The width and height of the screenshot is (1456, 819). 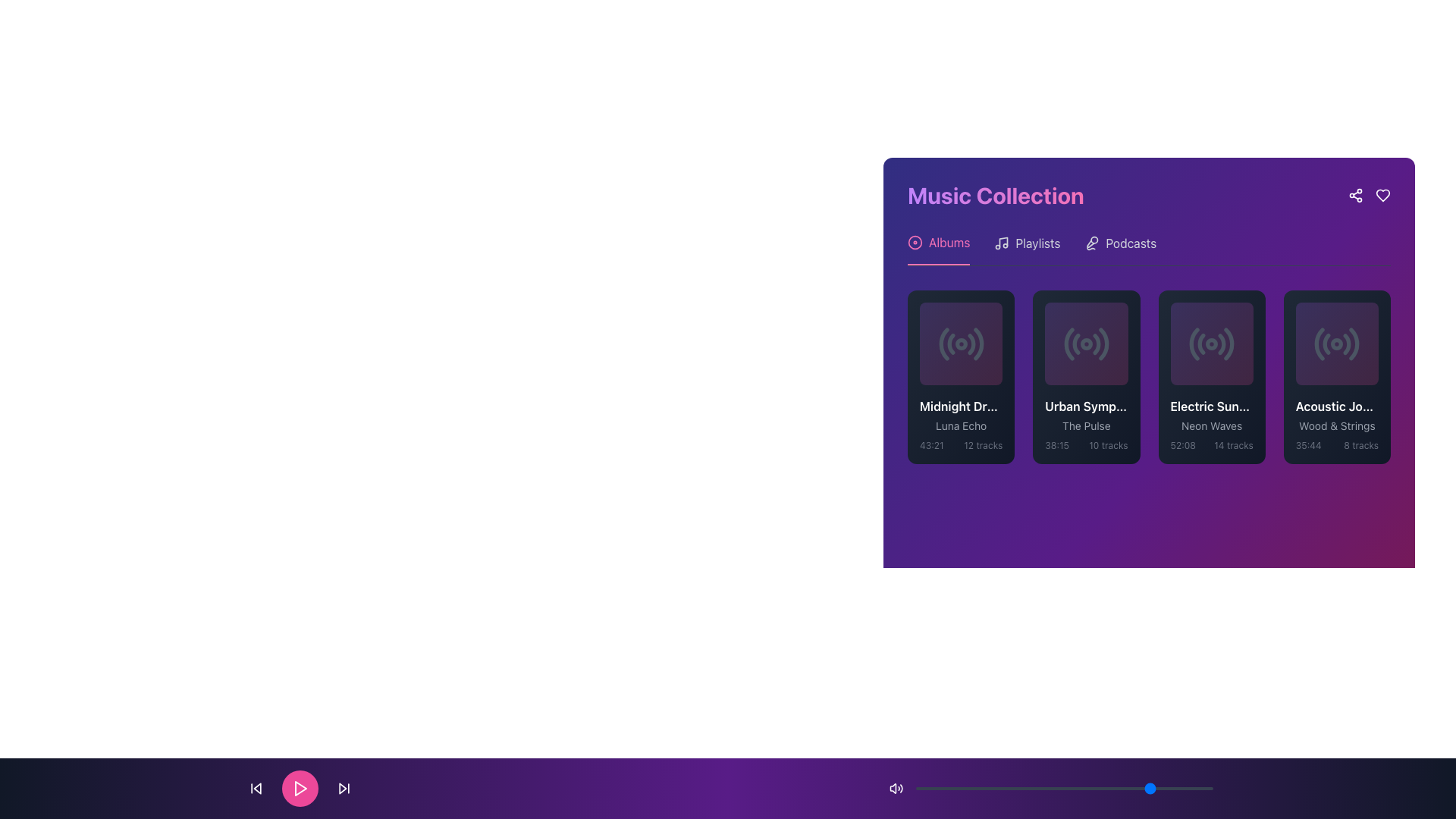 What do you see at coordinates (1337, 344) in the screenshot?
I see `the playback button located at the center of the overlay element inside the rightmost card in the 'Music Collection' section to play the media` at bounding box center [1337, 344].